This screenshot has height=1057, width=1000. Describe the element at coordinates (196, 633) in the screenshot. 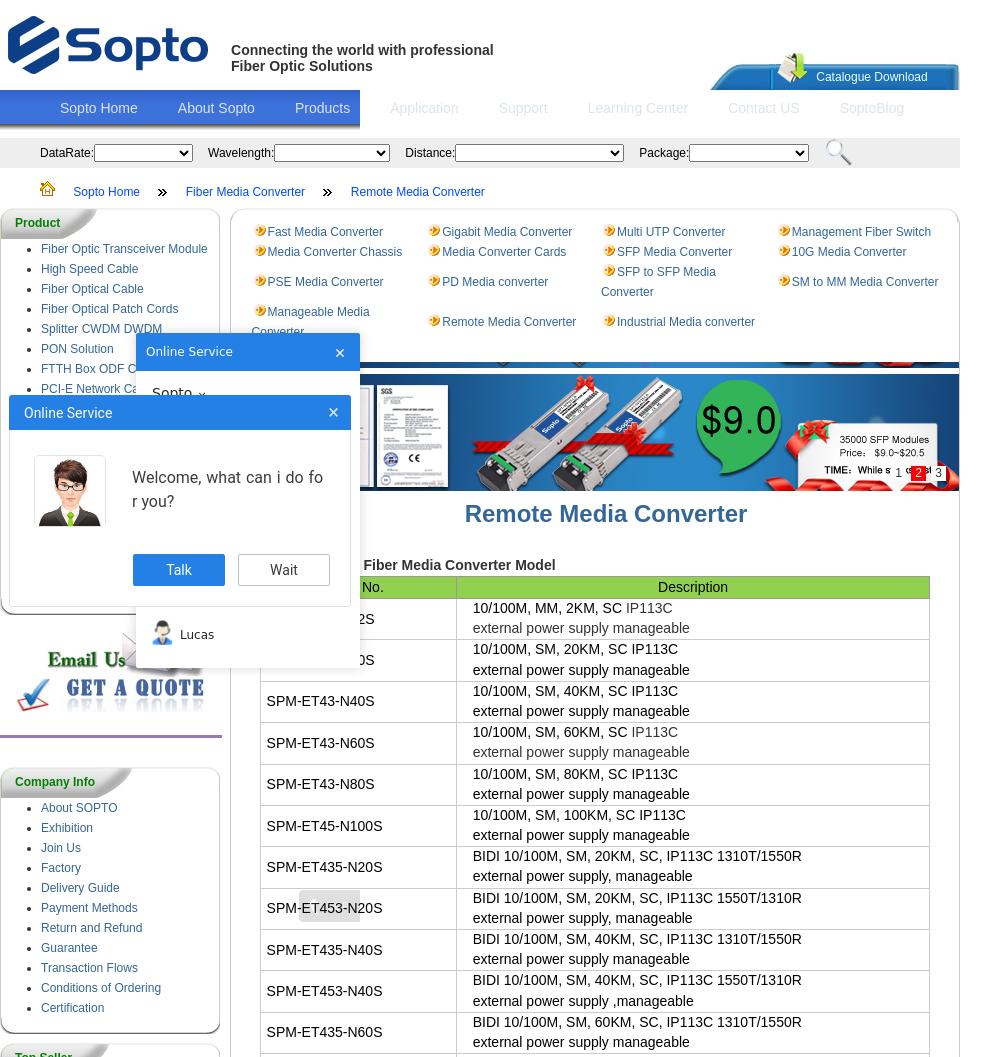

I see `'Lucas'` at that location.